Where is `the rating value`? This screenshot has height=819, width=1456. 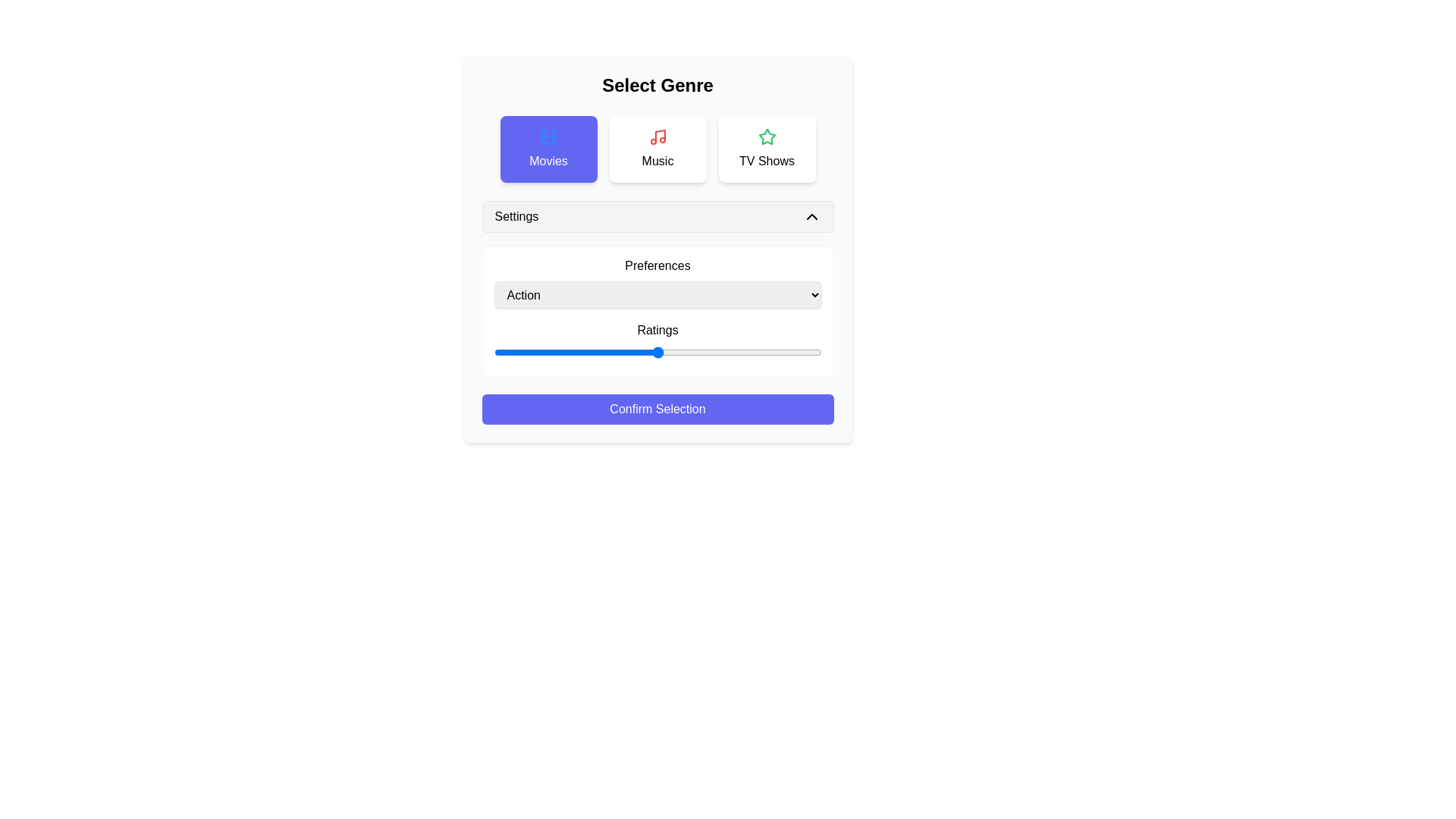
the rating value is located at coordinates (730, 353).